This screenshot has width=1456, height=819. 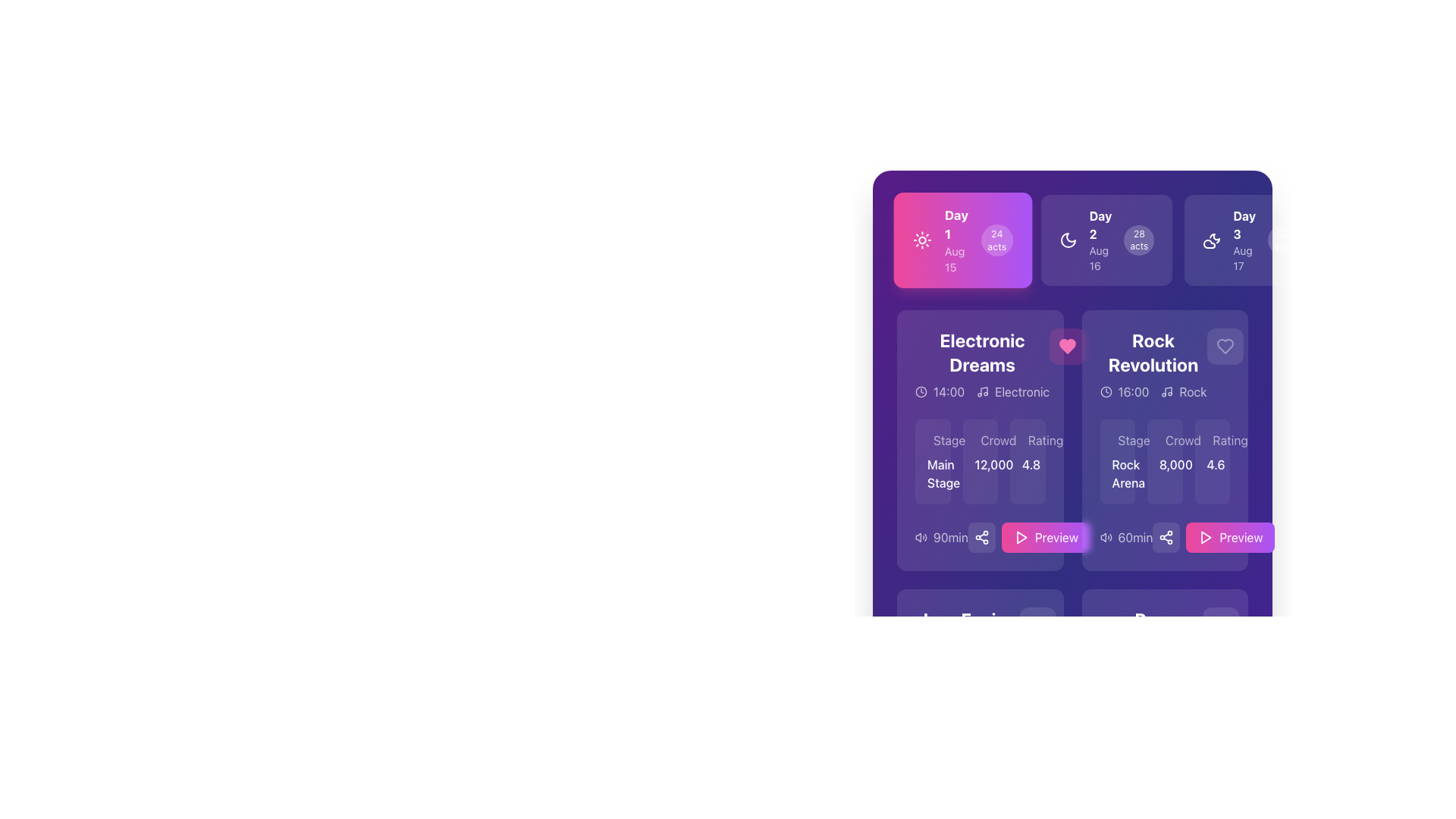 I want to click on the informational label indicating '24 acts' associated with the 'Day 1' card, located in the top-right section of the card adjacent to the title and date details, so click(x=996, y=239).